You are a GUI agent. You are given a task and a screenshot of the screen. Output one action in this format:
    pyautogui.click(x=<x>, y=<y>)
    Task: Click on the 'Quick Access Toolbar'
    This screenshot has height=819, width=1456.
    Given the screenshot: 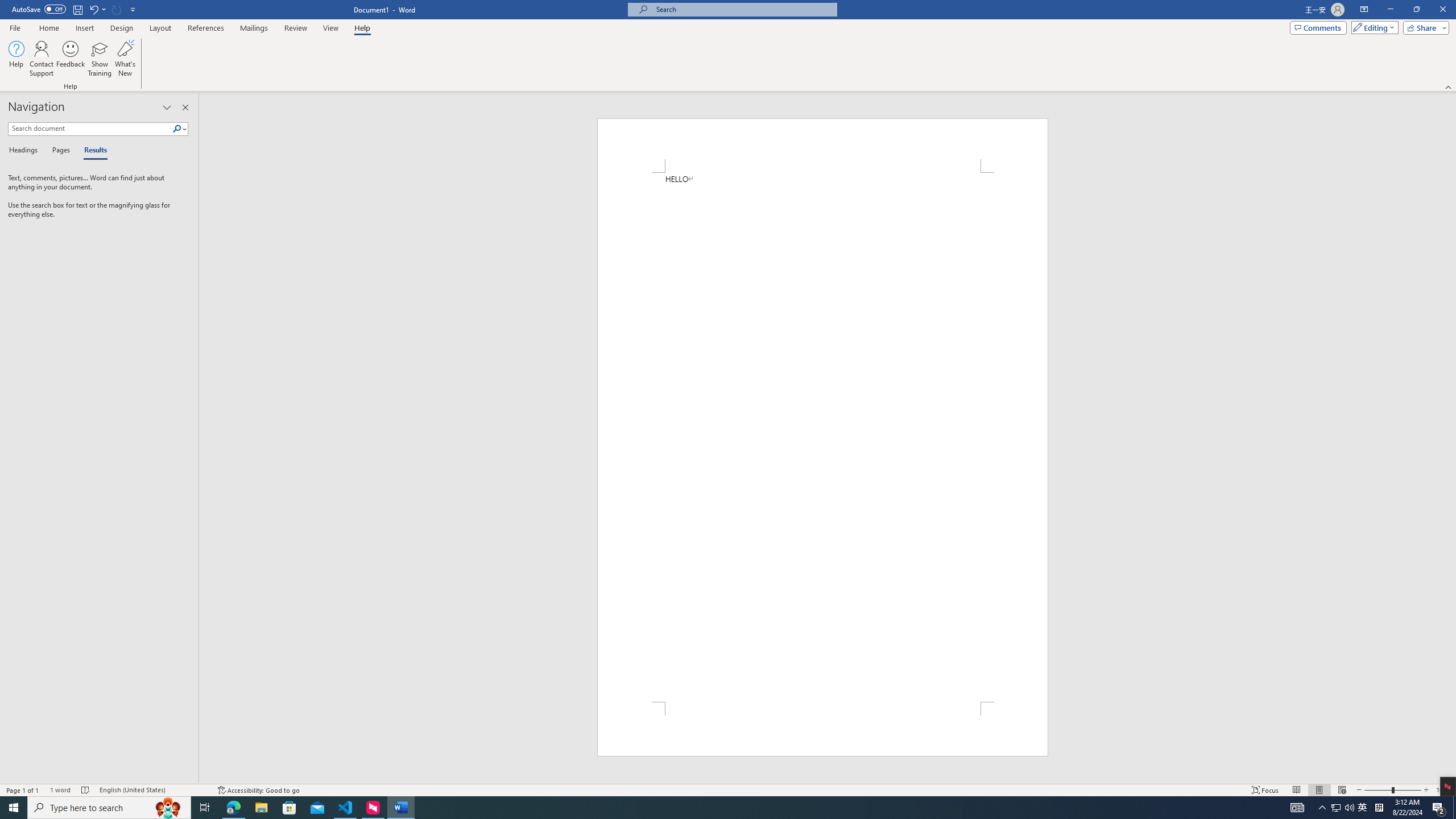 What is the action you would take?
    pyautogui.click(x=74, y=9)
    